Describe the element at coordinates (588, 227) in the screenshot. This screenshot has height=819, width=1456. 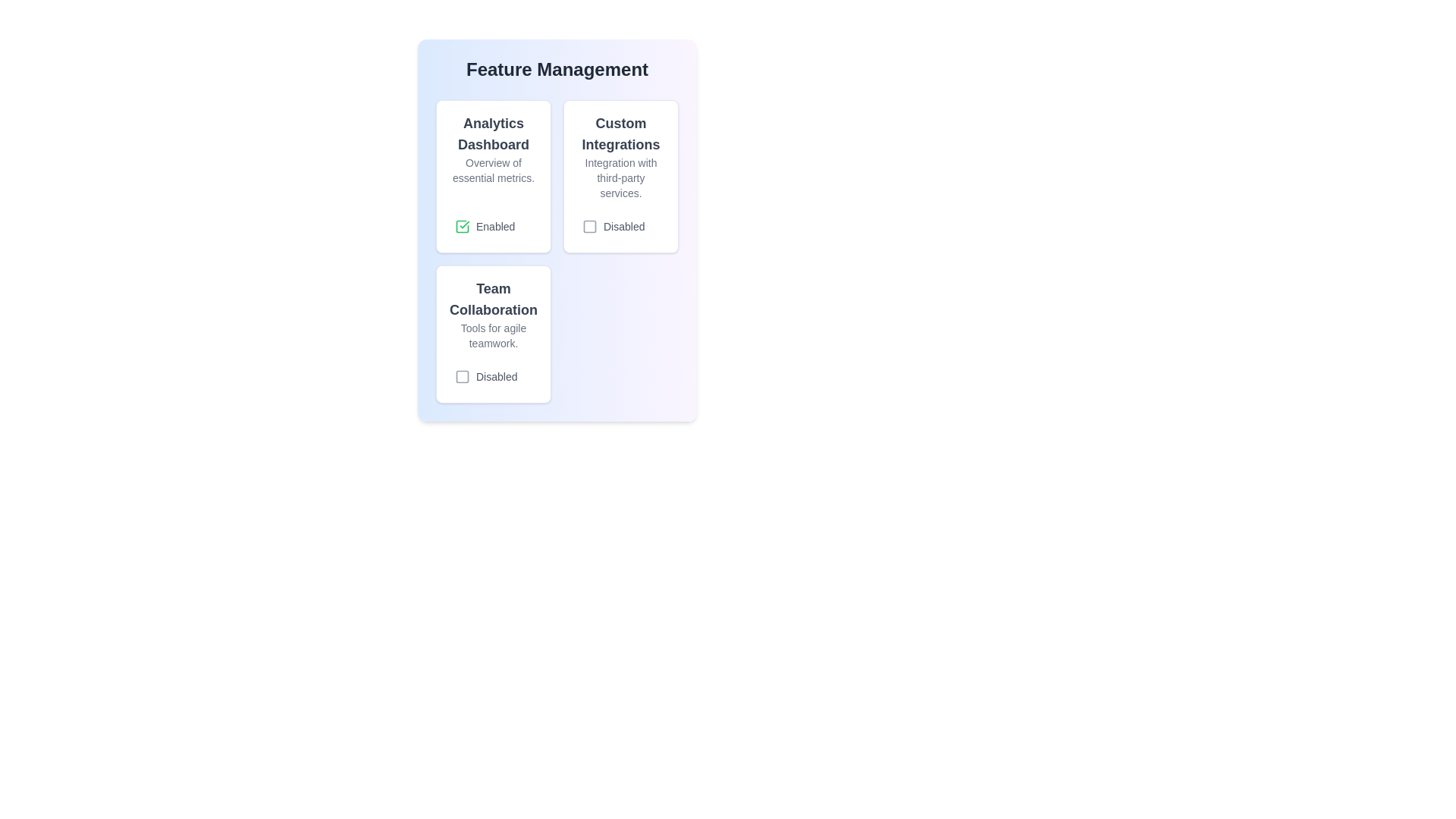
I see `the small square icon with rounded corners, styled with a red stroke, located to the left of the text 'Disabled' in the 'Custom Integrations' section` at that location.